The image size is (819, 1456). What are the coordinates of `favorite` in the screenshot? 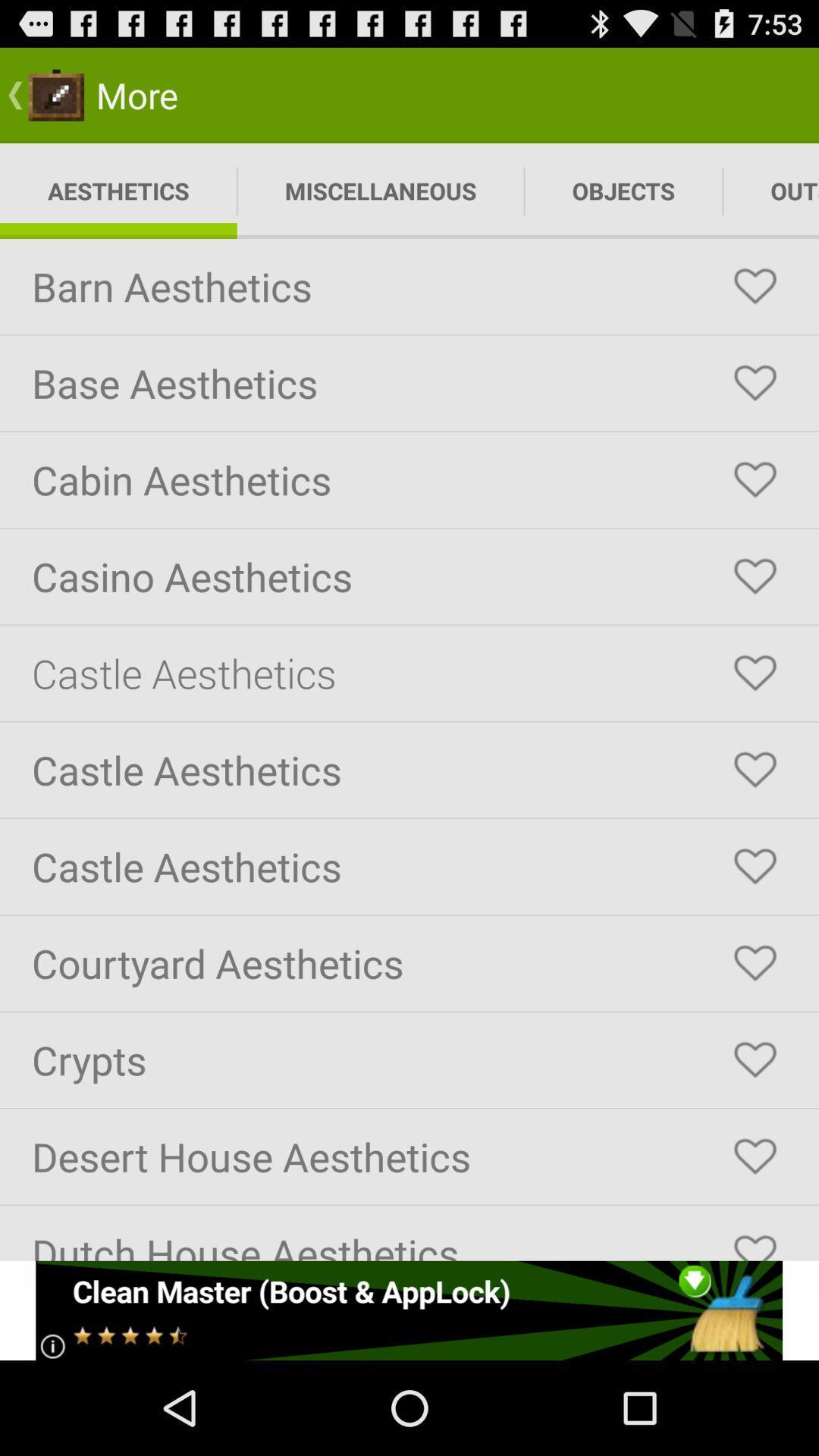 It's located at (755, 576).